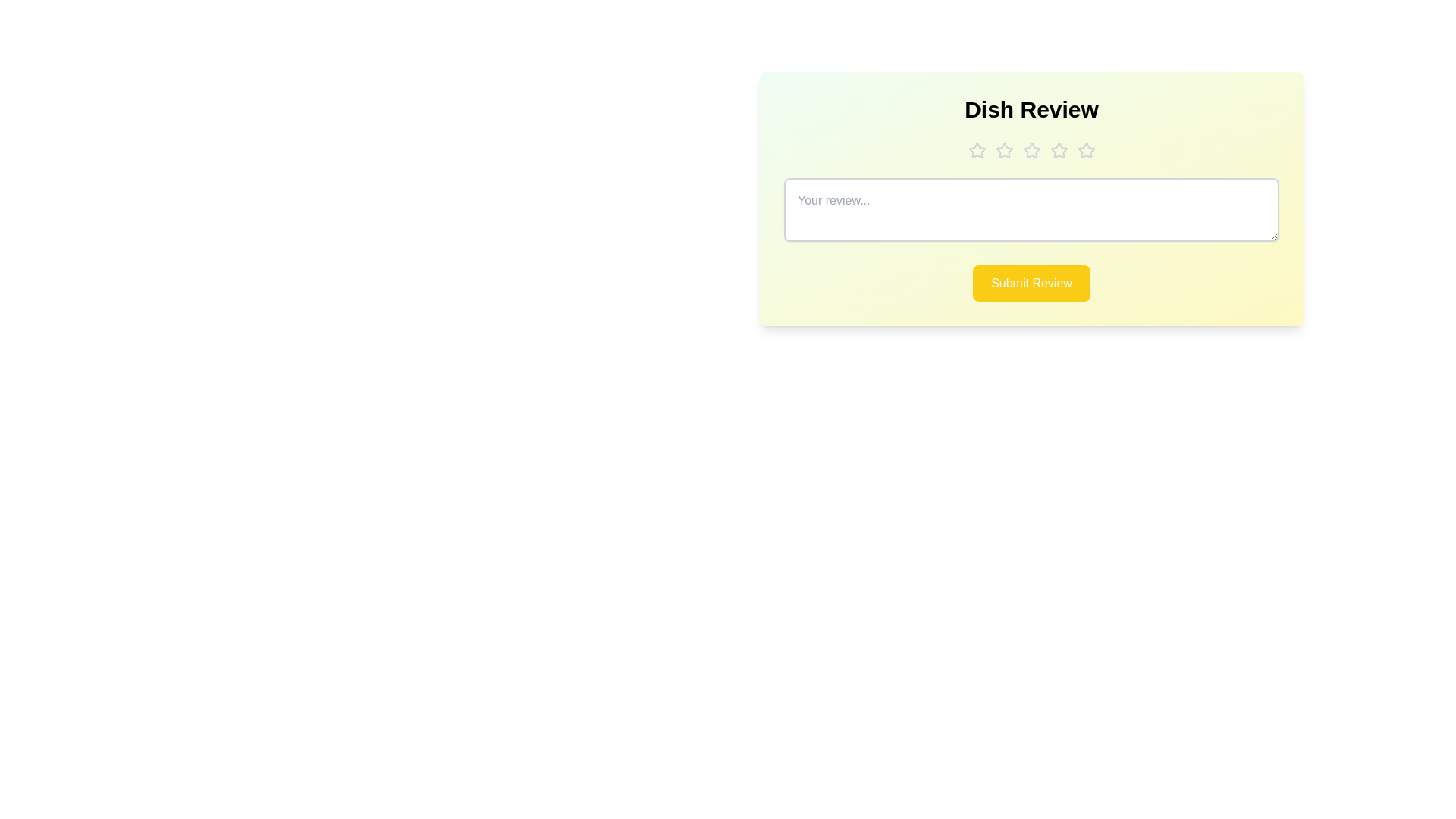 Image resolution: width=1456 pixels, height=819 pixels. What do you see at coordinates (1058, 151) in the screenshot?
I see `the dish rating to 4 stars by clicking on the corresponding star` at bounding box center [1058, 151].